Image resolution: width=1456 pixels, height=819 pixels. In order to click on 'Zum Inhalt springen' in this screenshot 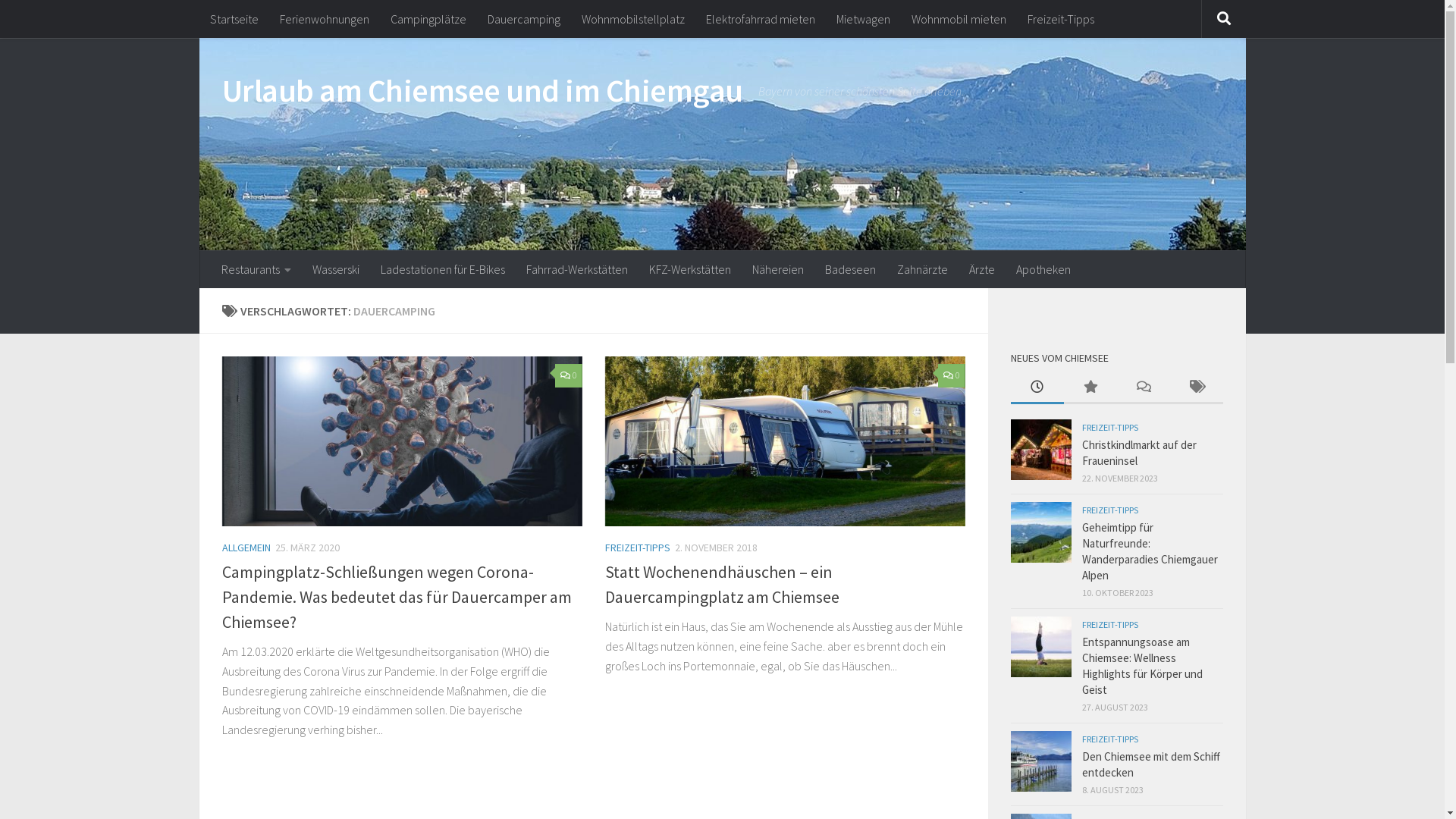, I will do `click(73, 21)`.